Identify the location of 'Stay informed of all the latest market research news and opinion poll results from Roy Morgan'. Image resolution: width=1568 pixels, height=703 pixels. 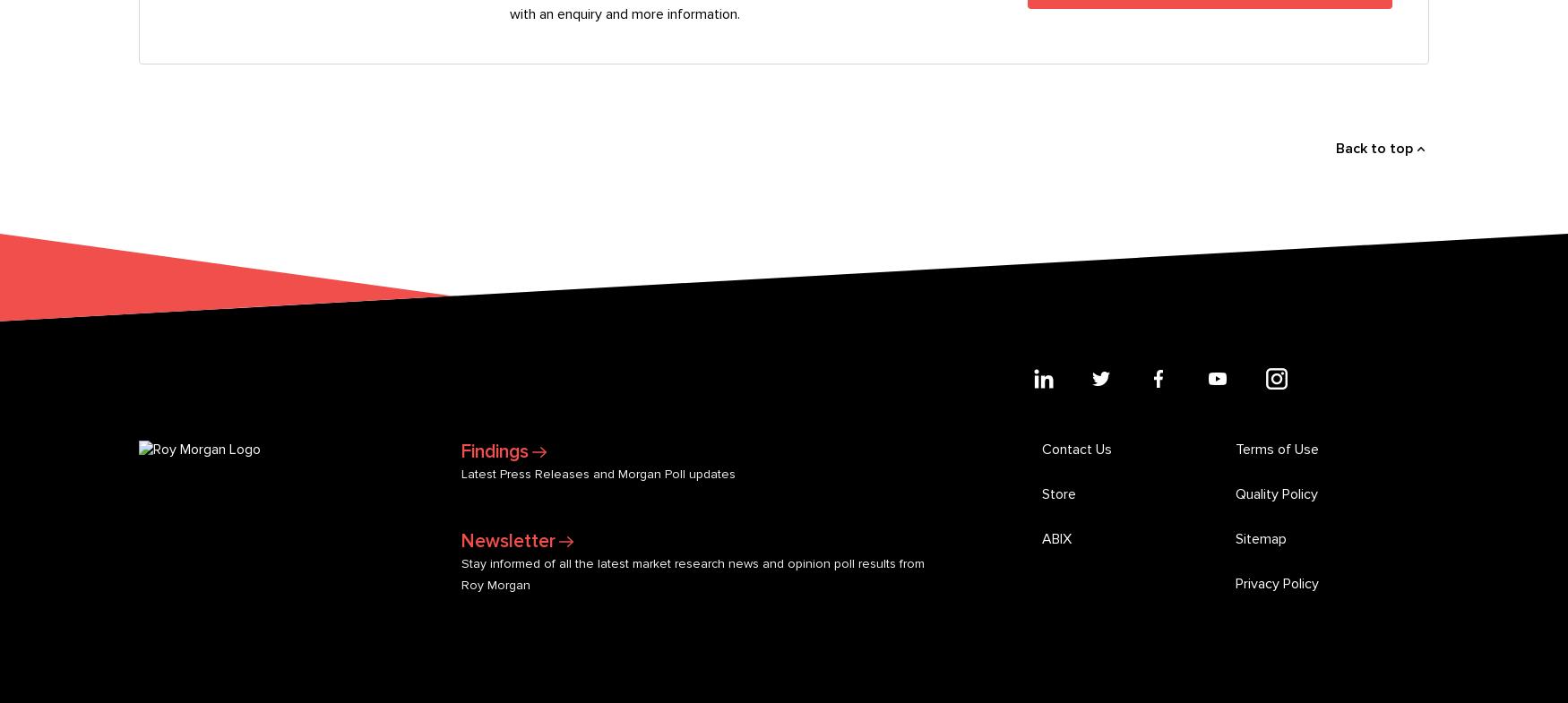
(461, 270).